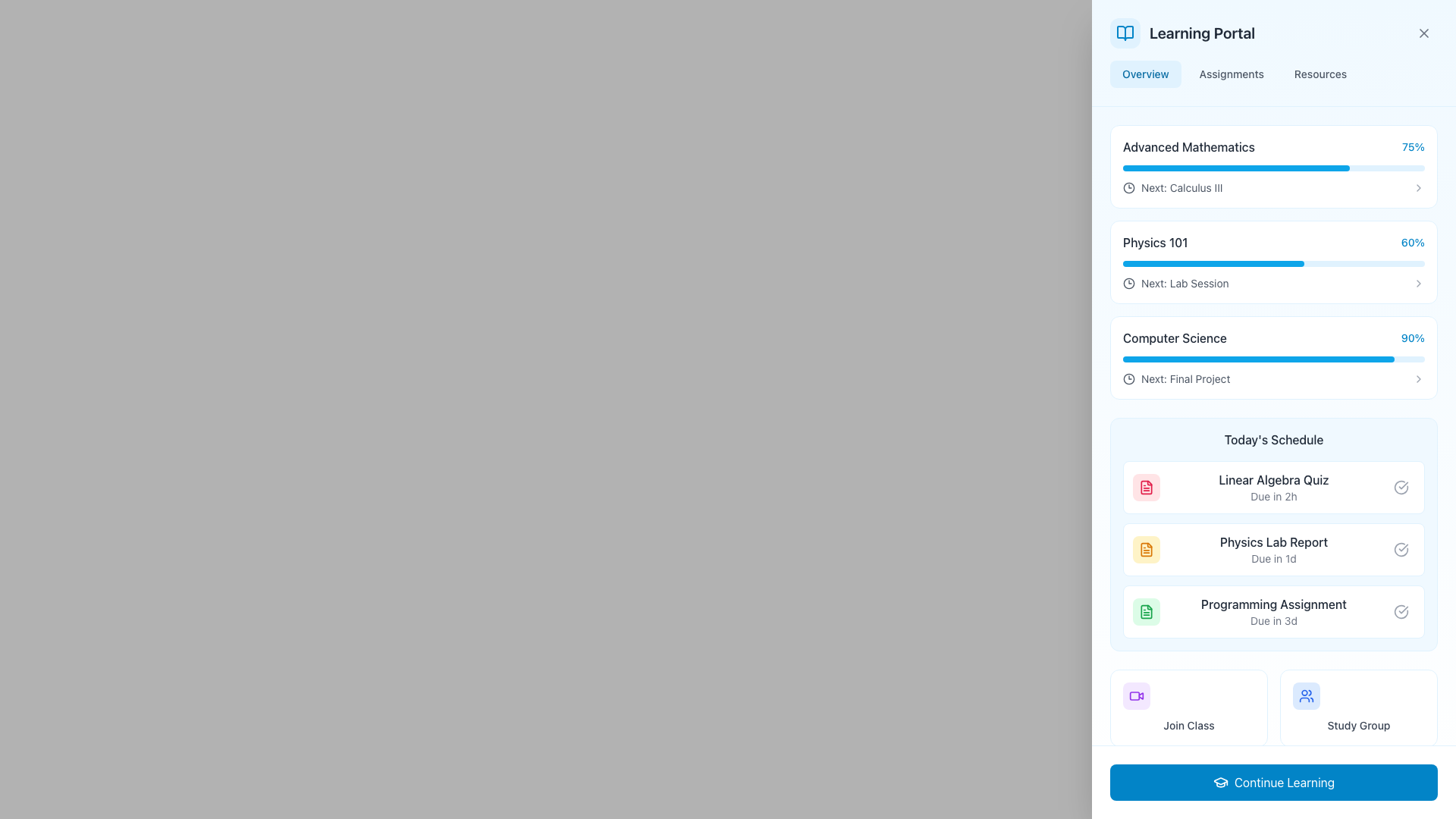 This screenshot has height=819, width=1456. I want to click on the 'Continue Learning' button, which is a wide, rectangular button with rounded corners, featuring a blue background that darkens on hover and white text with a graduation cap icon on the left, so click(1274, 783).